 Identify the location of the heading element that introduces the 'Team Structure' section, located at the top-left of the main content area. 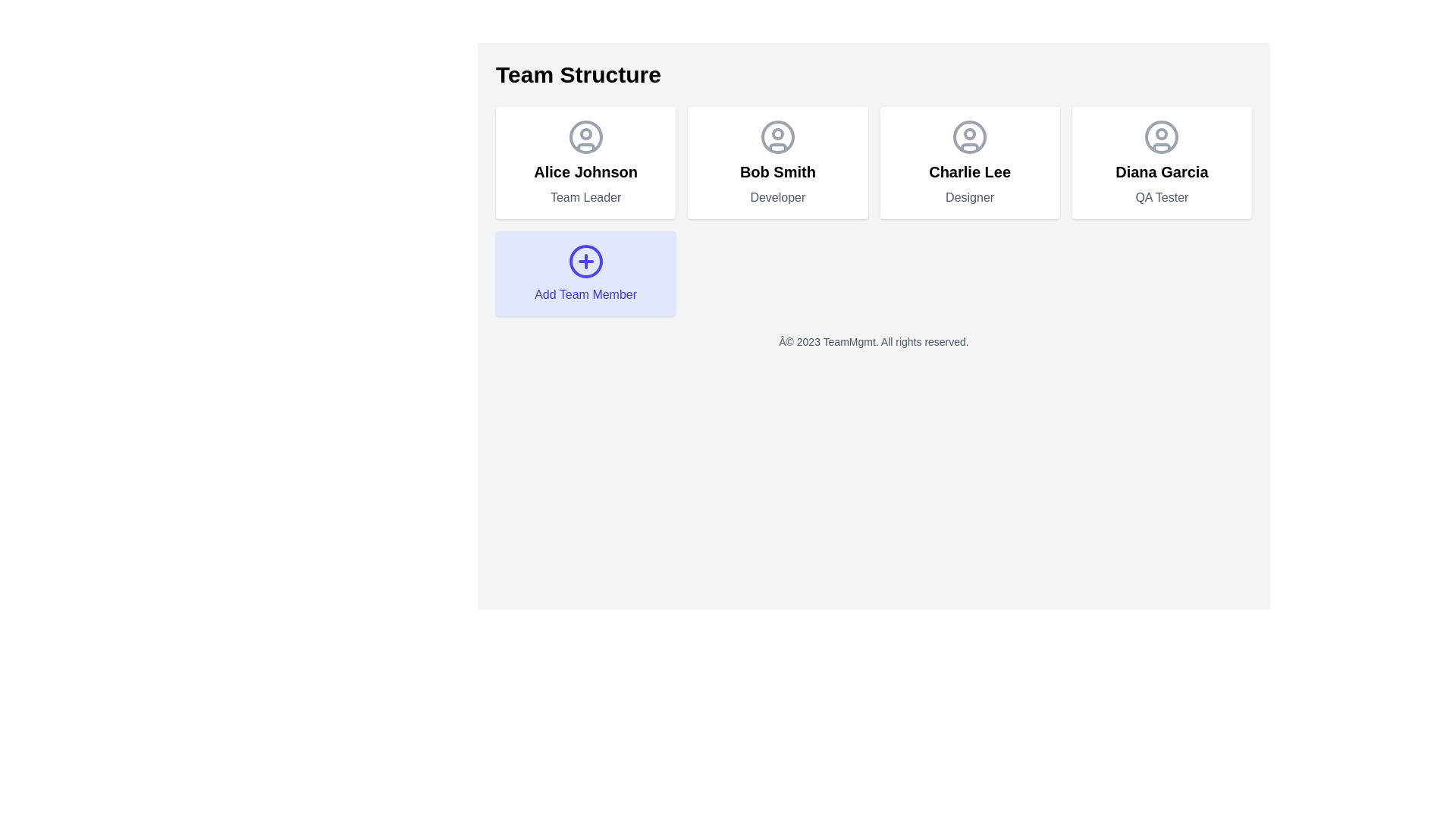
(578, 75).